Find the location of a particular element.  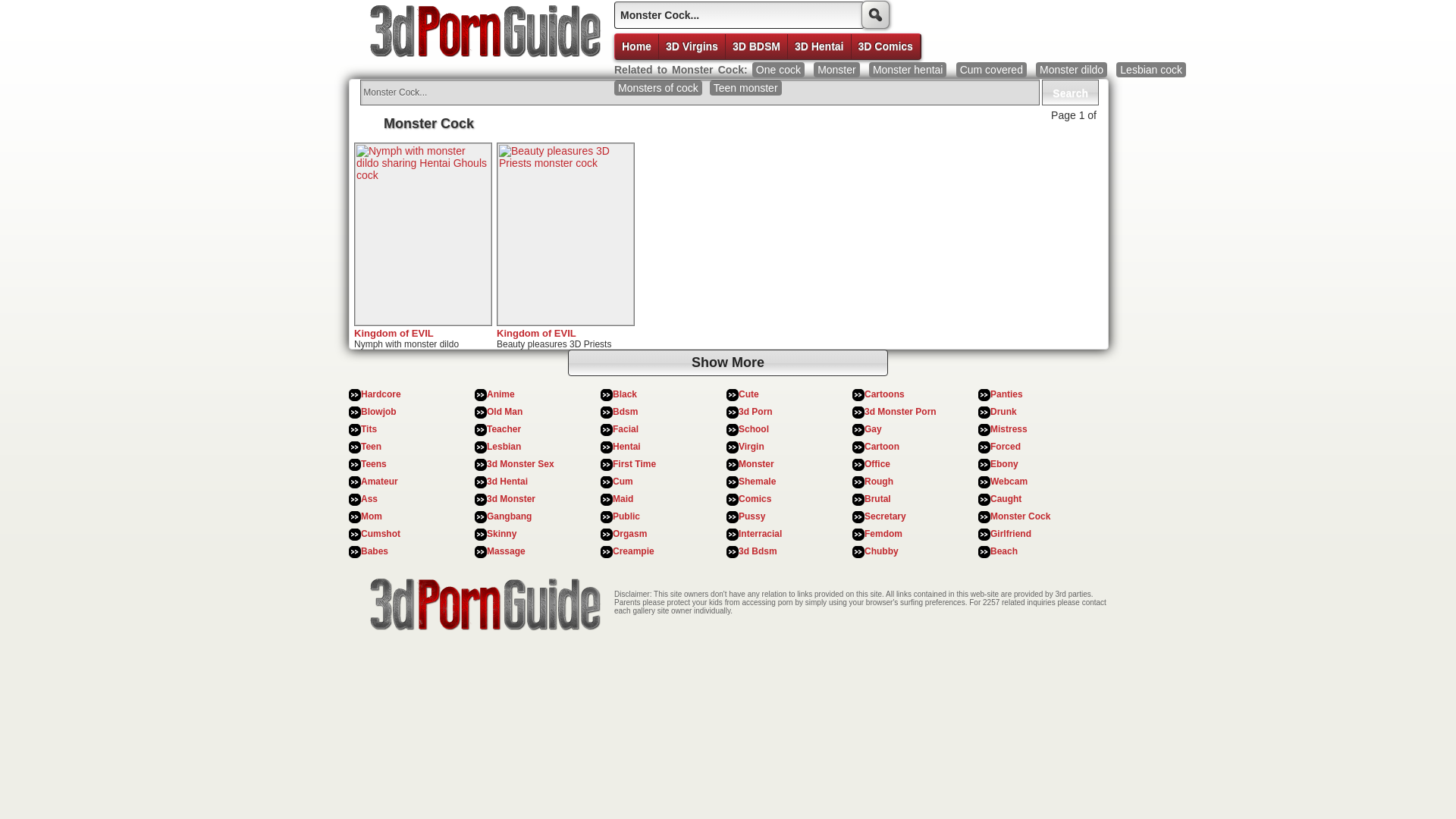

'Shemale' is located at coordinates (757, 482).